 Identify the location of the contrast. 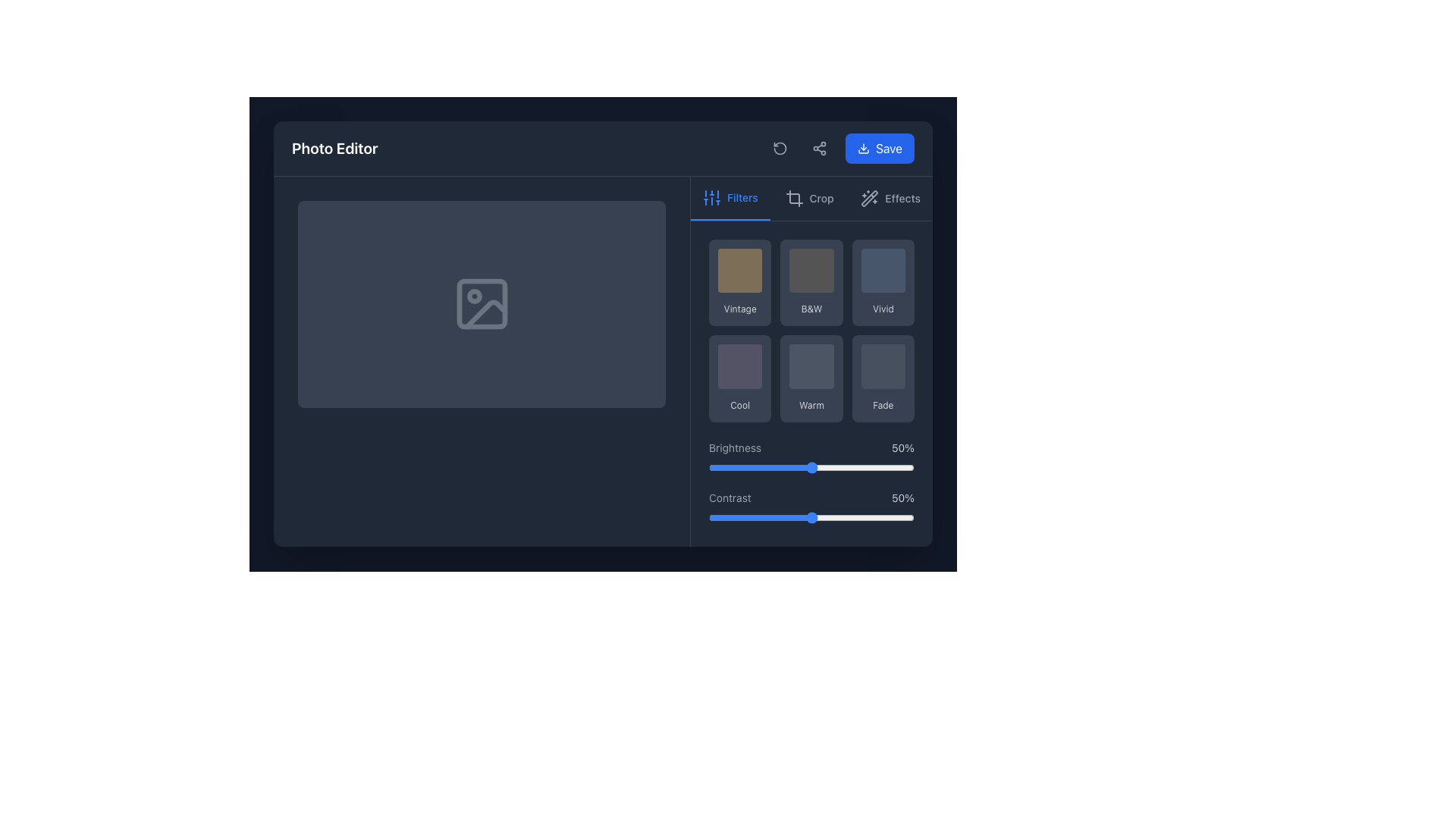
(744, 516).